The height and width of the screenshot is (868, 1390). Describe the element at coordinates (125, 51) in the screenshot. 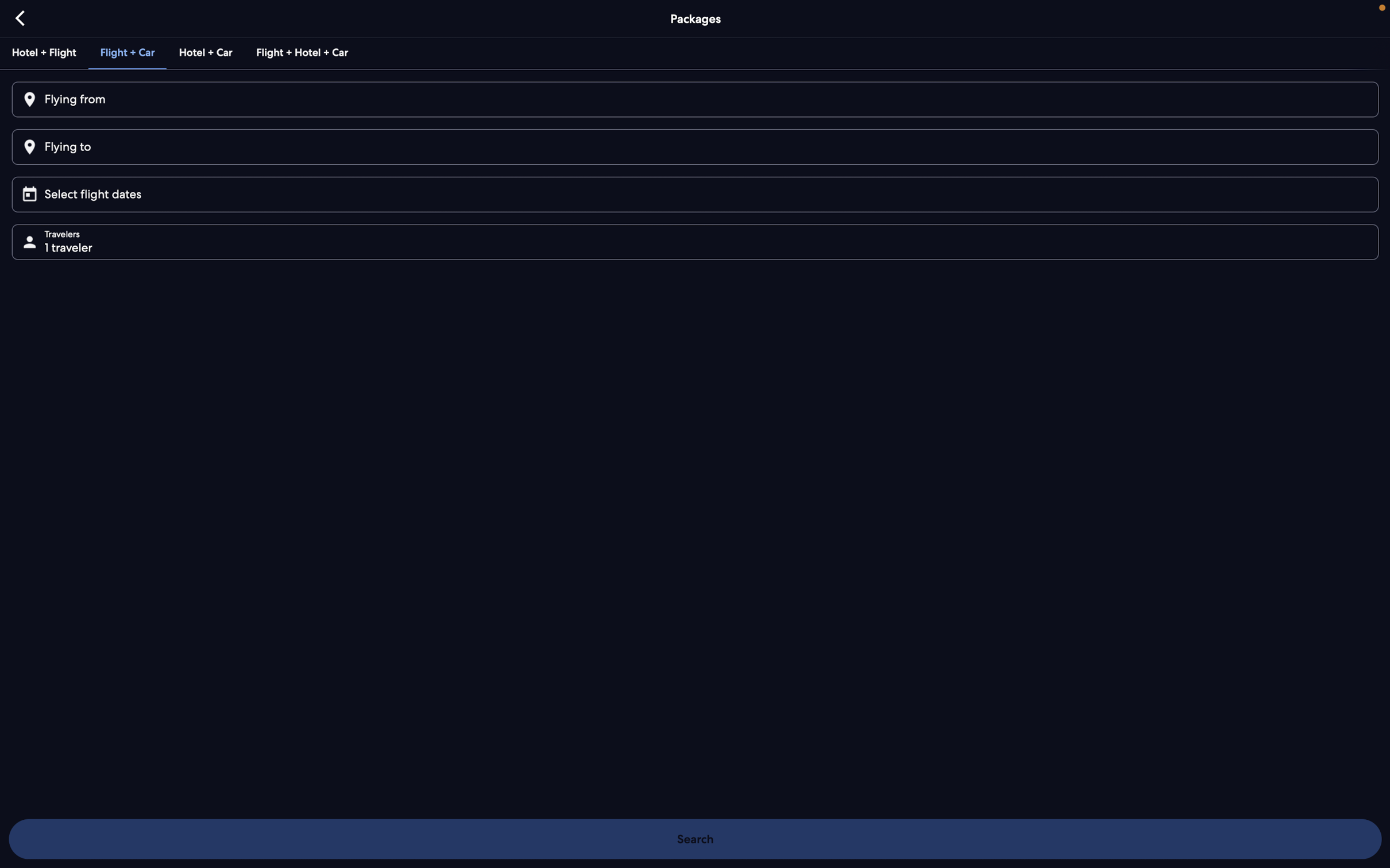

I see `the bundle option for both flight and car` at that location.